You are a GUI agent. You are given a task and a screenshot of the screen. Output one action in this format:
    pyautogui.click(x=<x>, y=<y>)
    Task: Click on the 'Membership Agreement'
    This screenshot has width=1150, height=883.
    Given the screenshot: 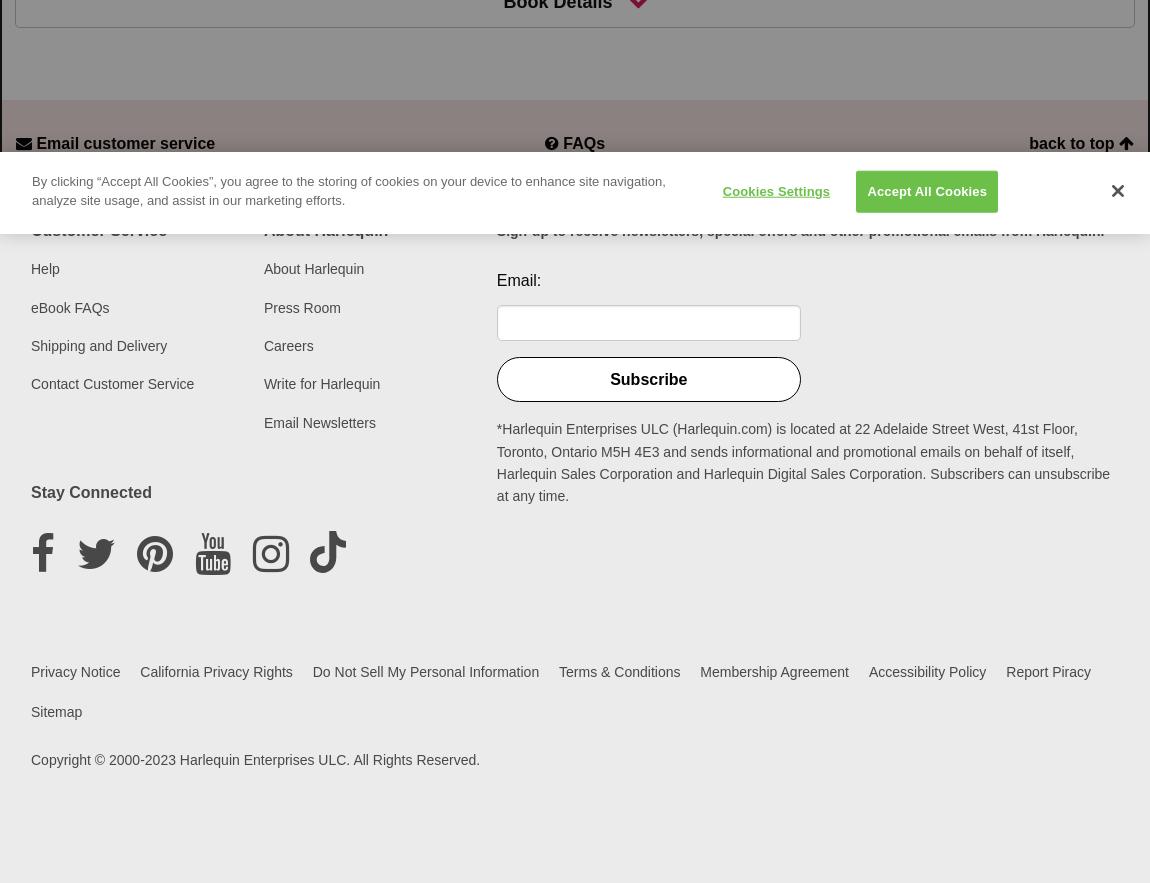 What is the action you would take?
    pyautogui.click(x=773, y=669)
    